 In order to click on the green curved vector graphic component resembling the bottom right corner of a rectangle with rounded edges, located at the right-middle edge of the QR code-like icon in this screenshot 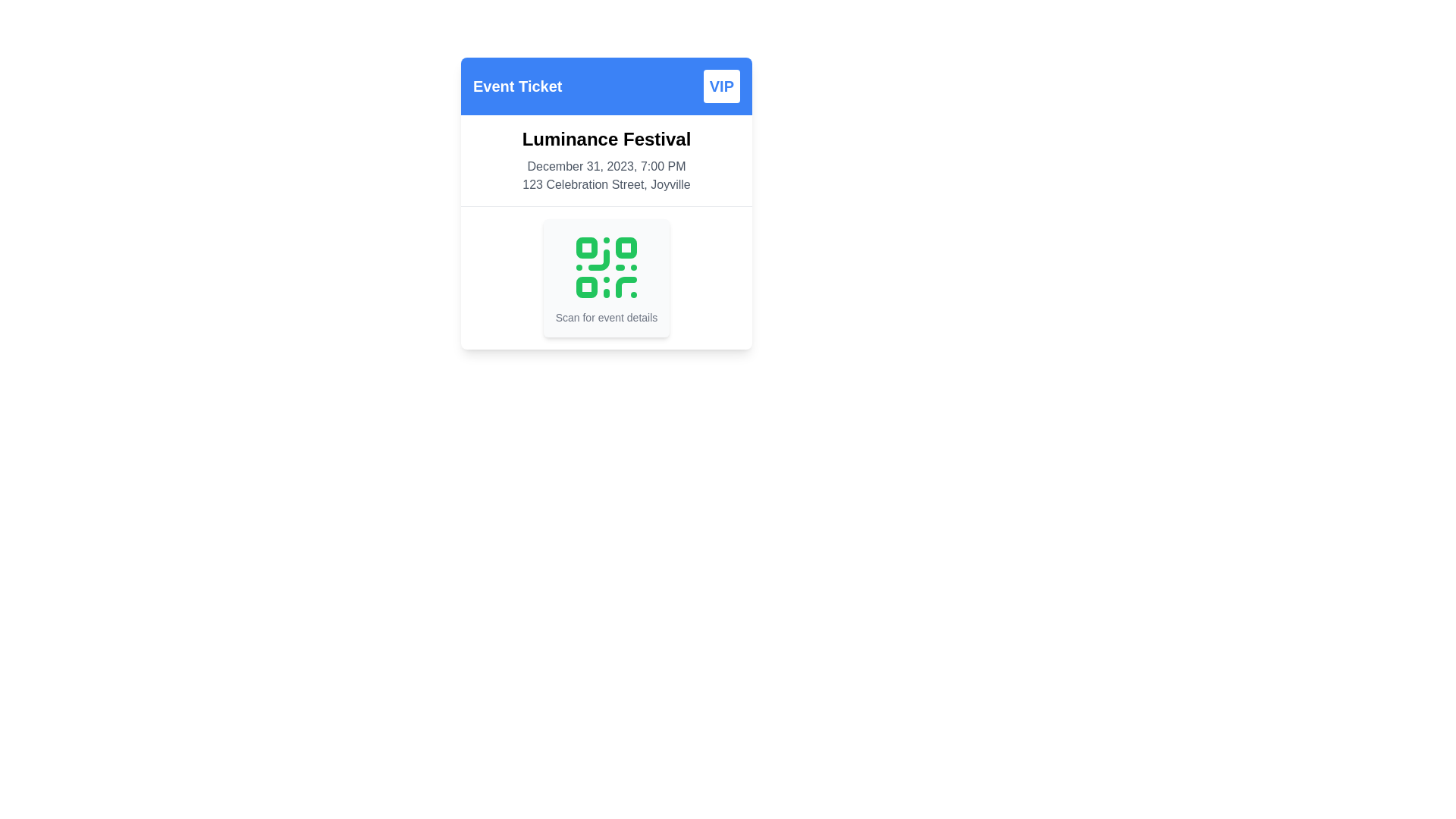, I will do `click(598, 259)`.